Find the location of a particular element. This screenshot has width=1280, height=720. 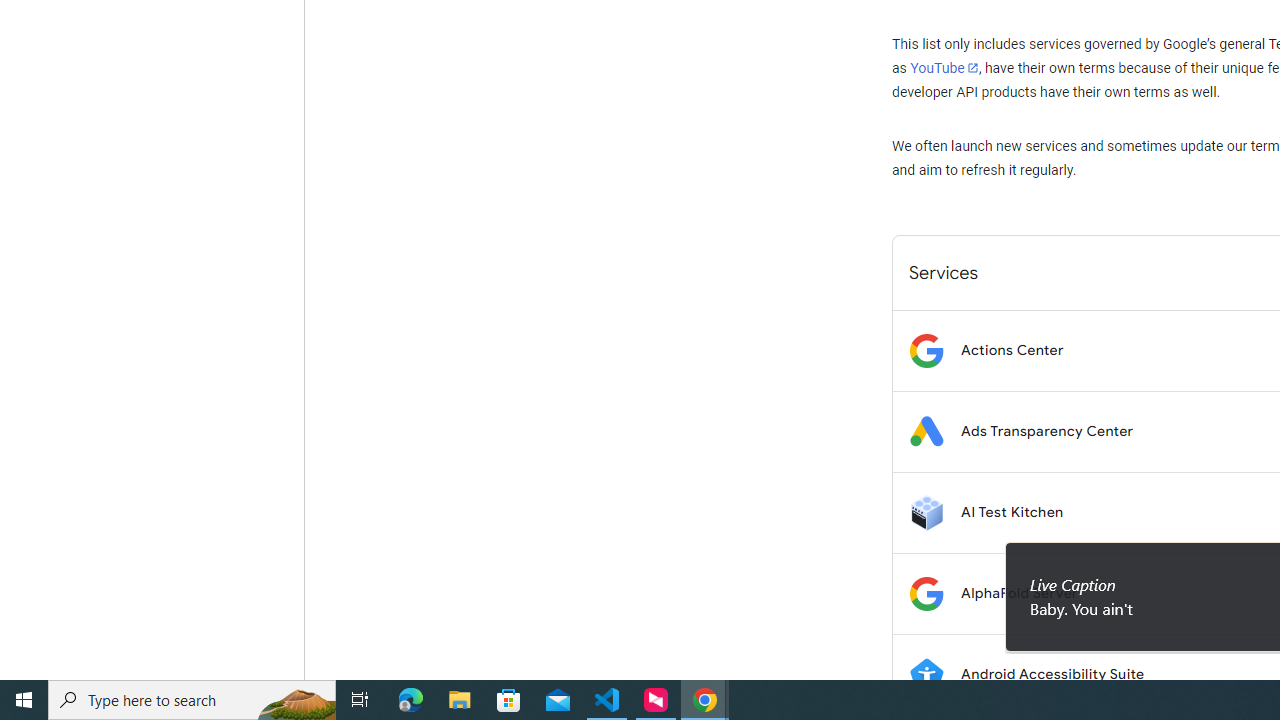

'Logo for Android Accessibility Suite' is located at coordinates (925, 674).